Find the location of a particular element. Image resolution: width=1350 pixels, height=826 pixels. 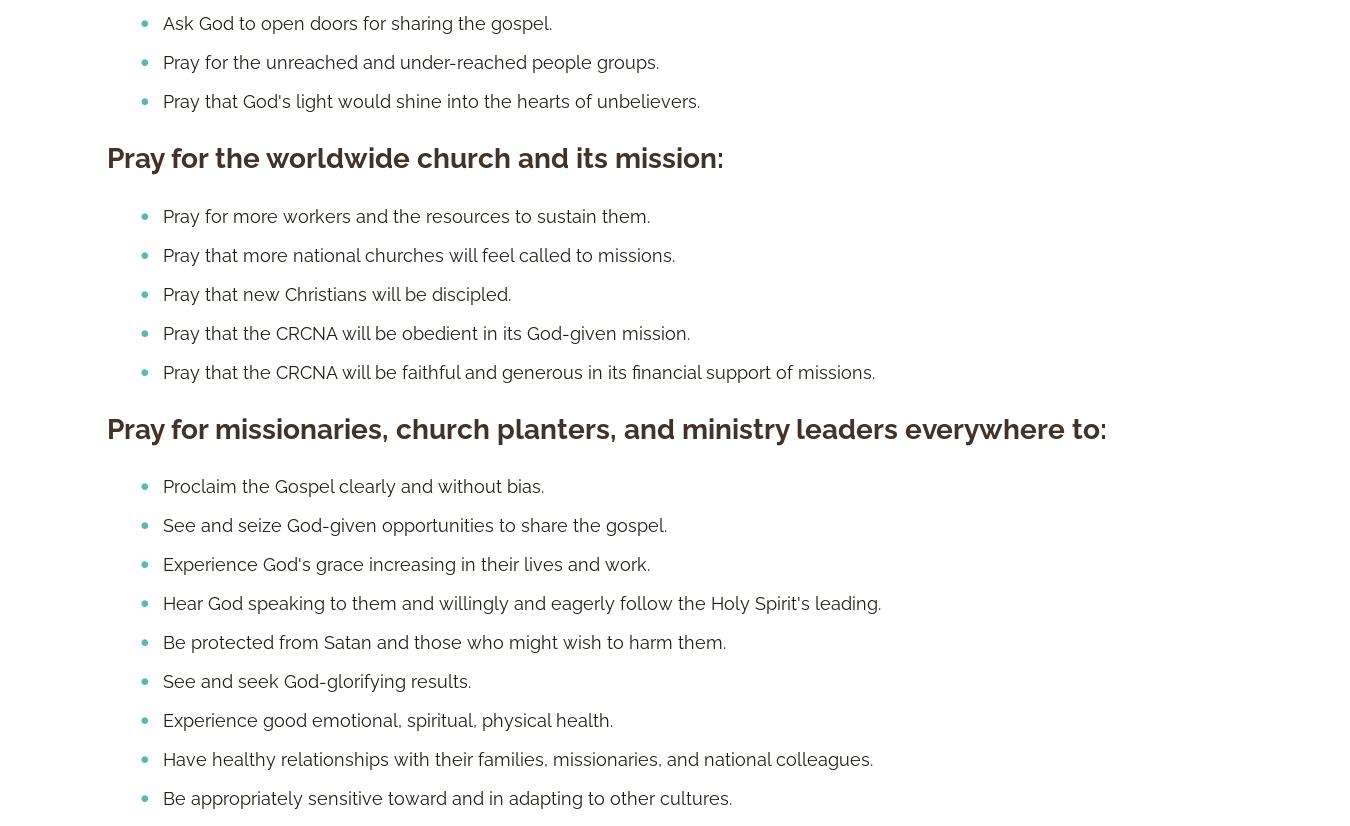

'Grand Rapids, MI' is located at coordinates (918, 149).